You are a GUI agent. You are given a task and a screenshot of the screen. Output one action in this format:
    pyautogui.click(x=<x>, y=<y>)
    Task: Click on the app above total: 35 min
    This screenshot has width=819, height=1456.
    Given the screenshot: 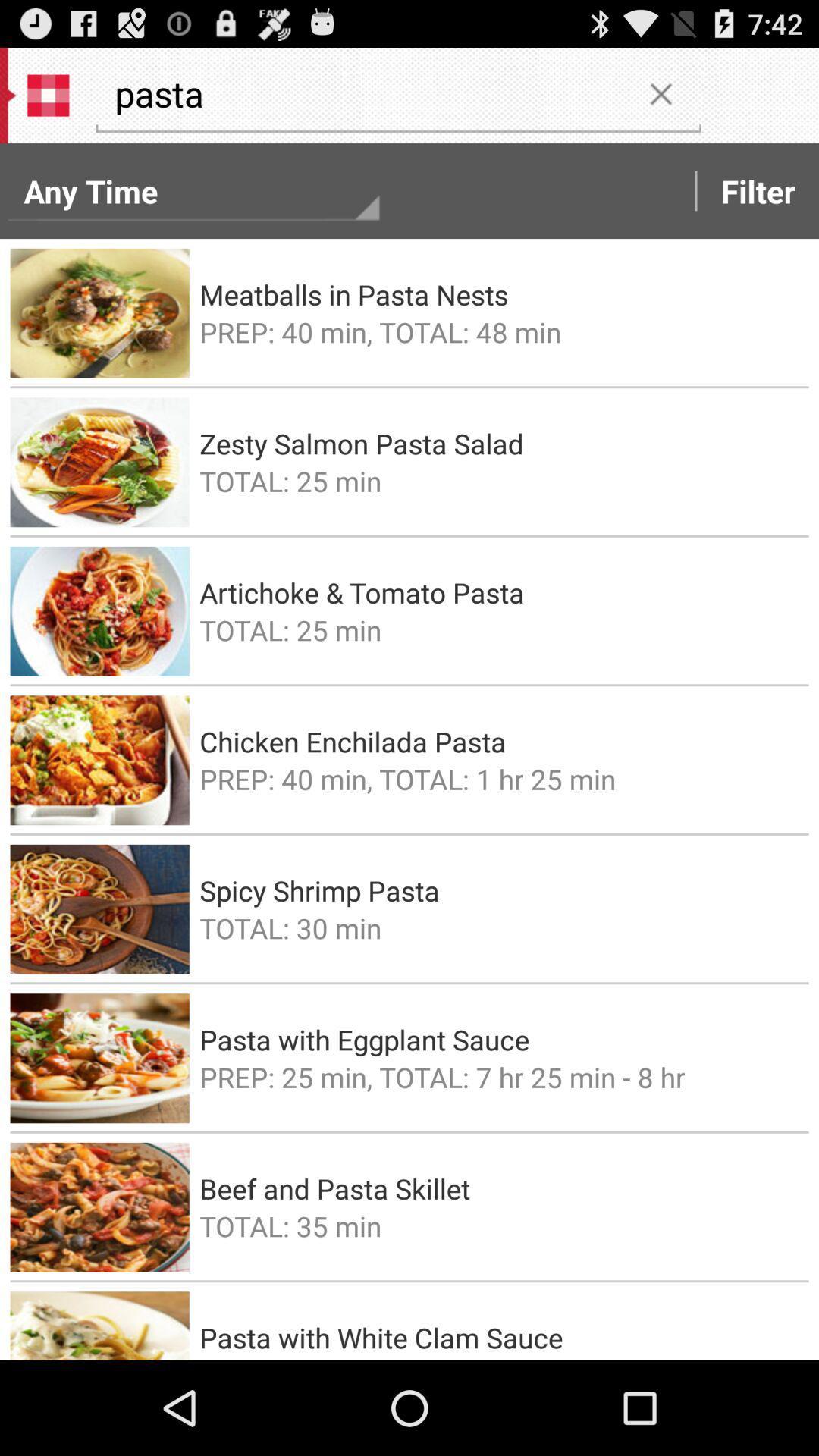 What is the action you would take?
    pyautogui.click(x=499, y=1188)
    